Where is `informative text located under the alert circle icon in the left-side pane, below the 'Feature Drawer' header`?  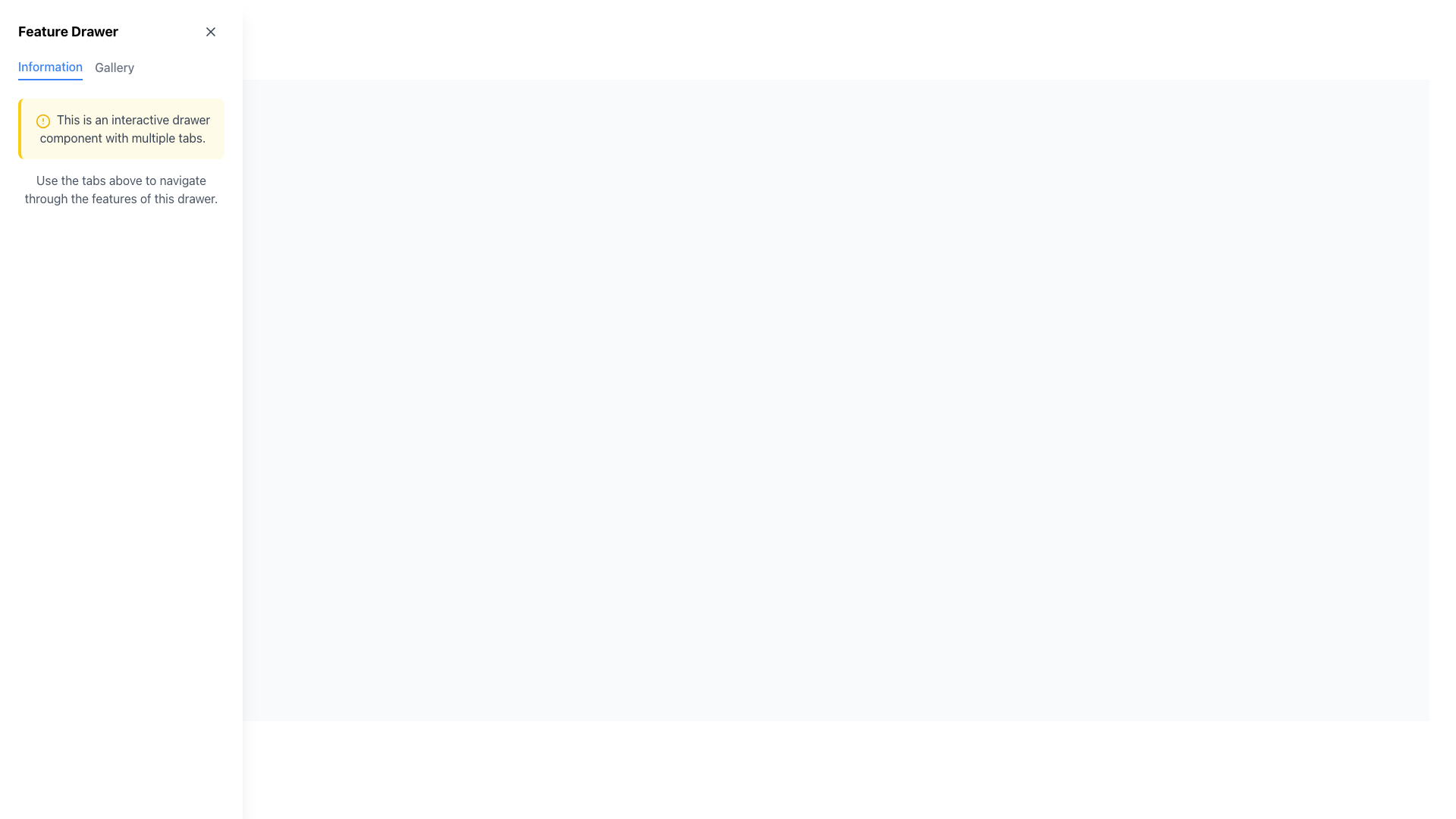 informative text located under the alert circle icon in the left-side pane, below the 'Feature Drawer' header is located at coordinates (124, 127).